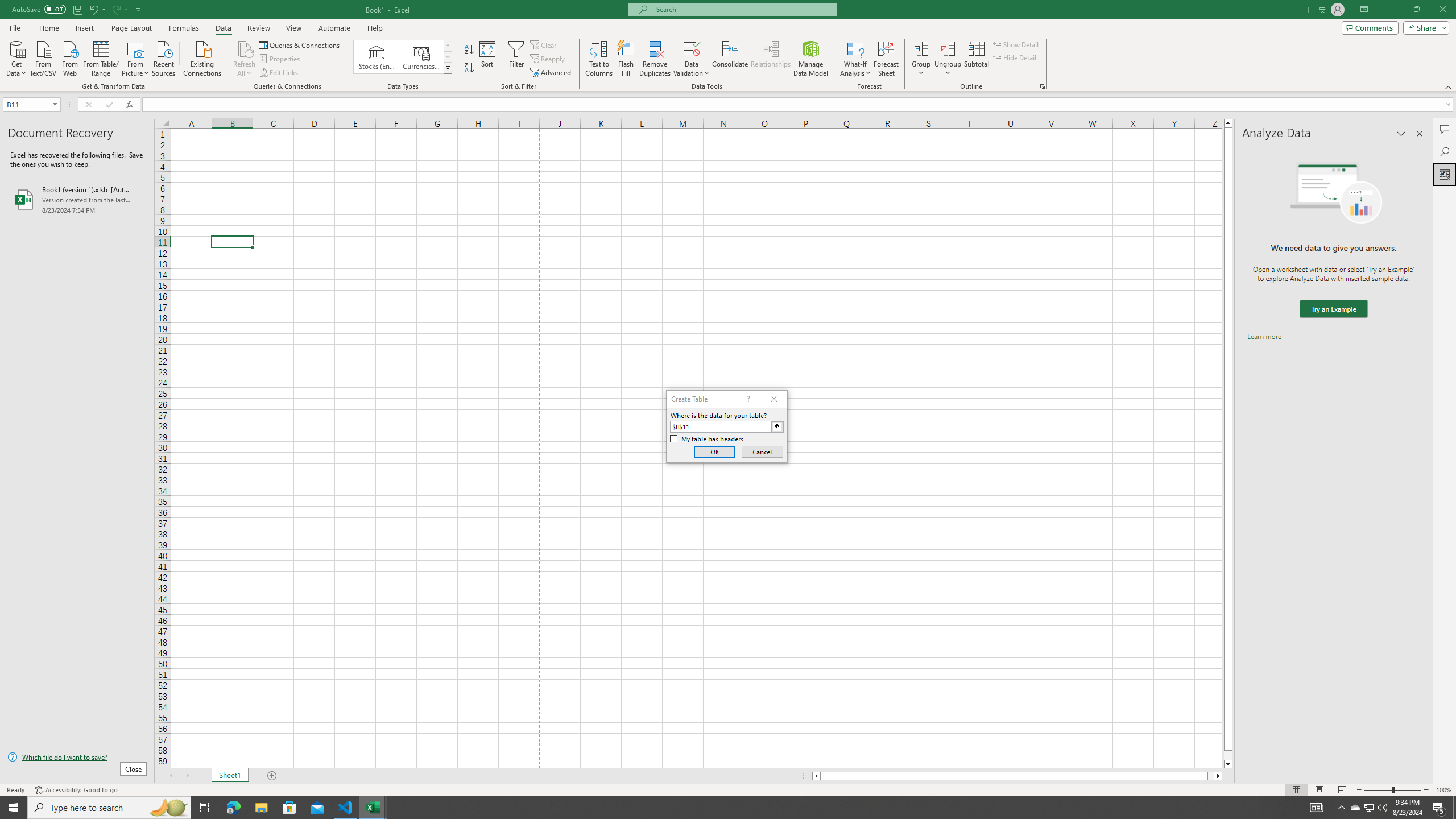  What do you see at coordinates (136, 57) in the screenshot?
I see `'From Picture'` at bounding box center [136, 57].